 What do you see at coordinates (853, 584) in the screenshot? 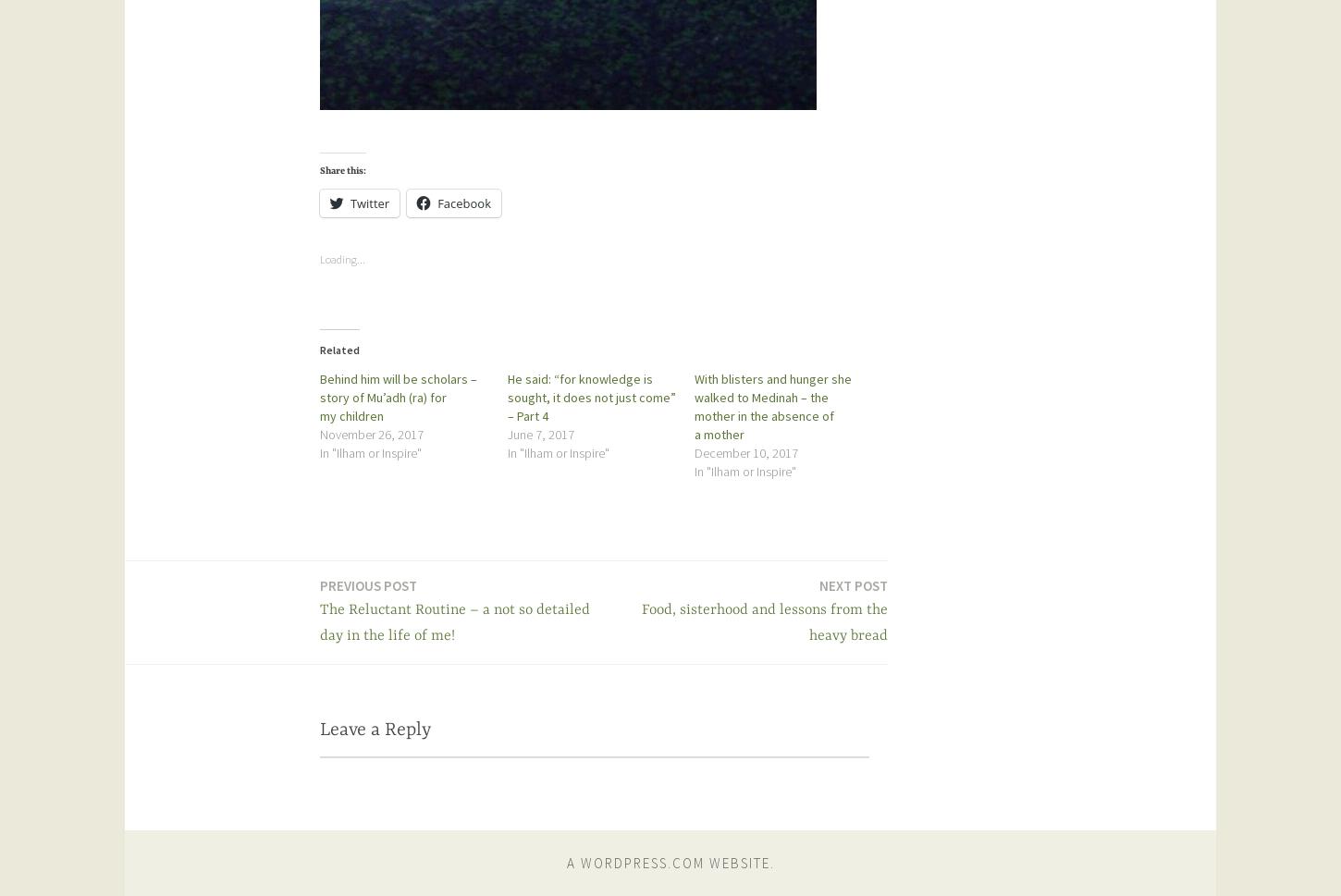
I see `'Next post'` at bounding box center [853, 584].